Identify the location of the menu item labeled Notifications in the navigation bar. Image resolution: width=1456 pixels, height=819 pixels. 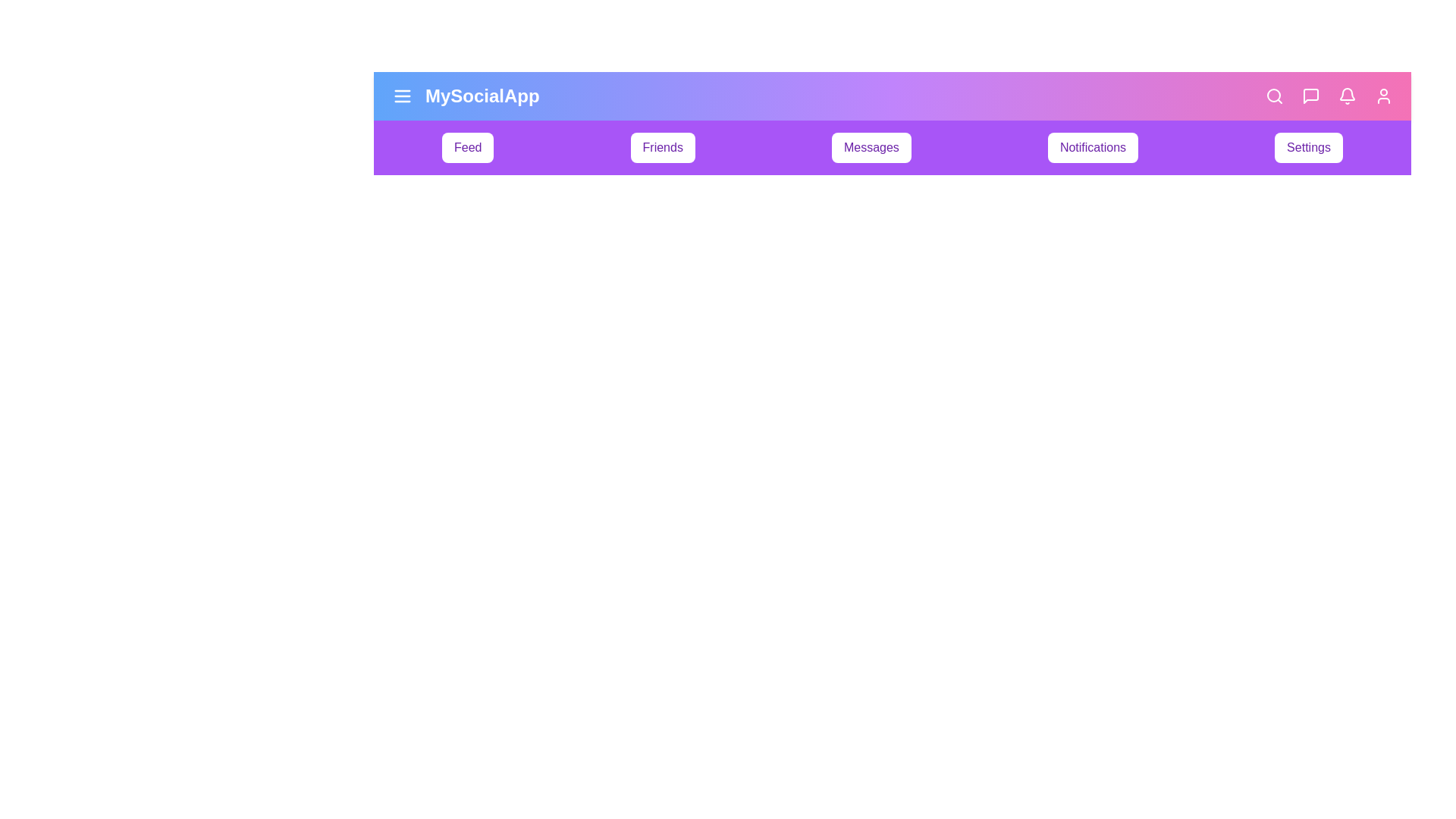
(1093, 148).